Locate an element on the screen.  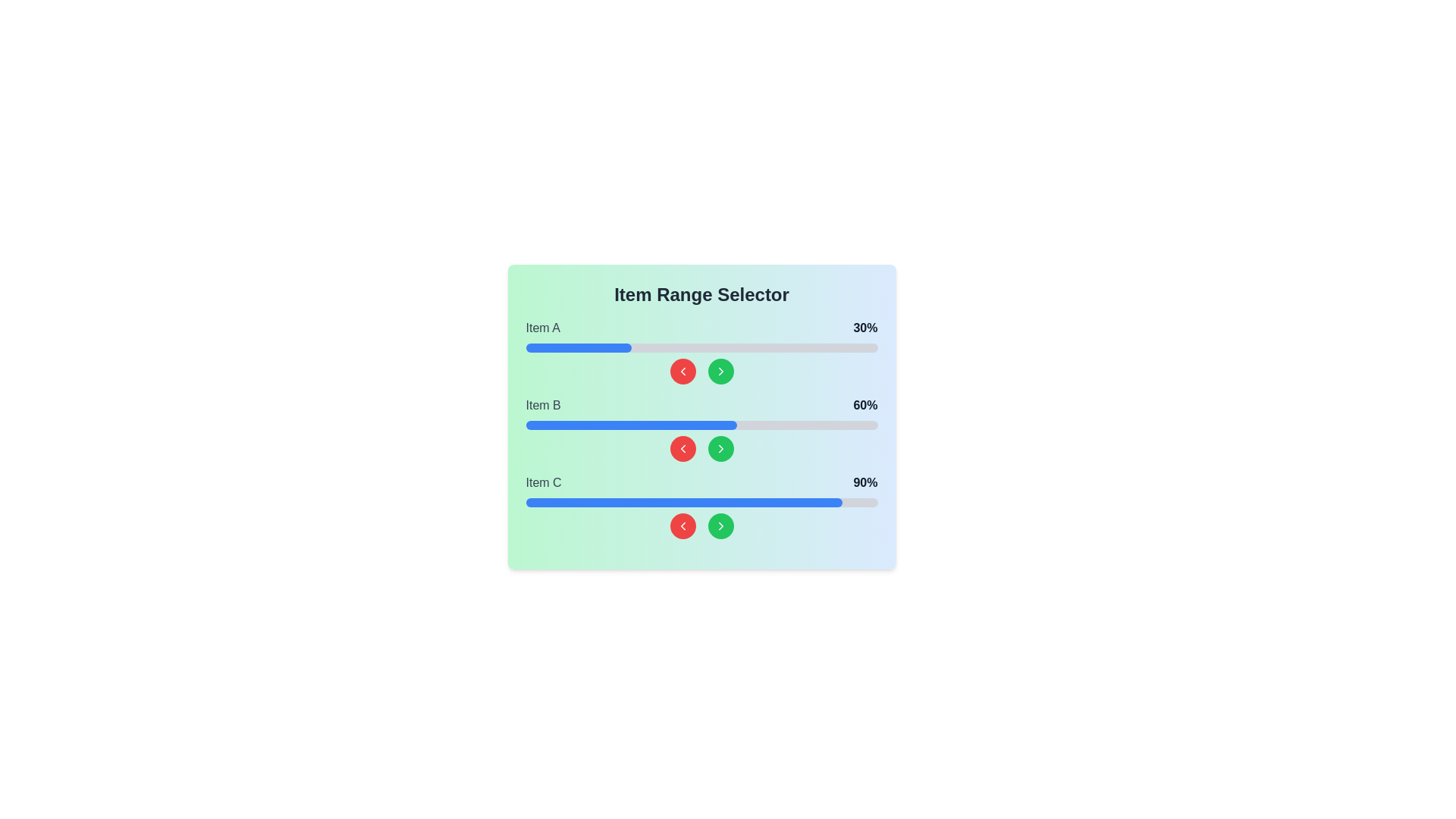
the leftward navigation button, which is a triangular chevron pointing left, to decrement the value is located at coordinates (682, 447).